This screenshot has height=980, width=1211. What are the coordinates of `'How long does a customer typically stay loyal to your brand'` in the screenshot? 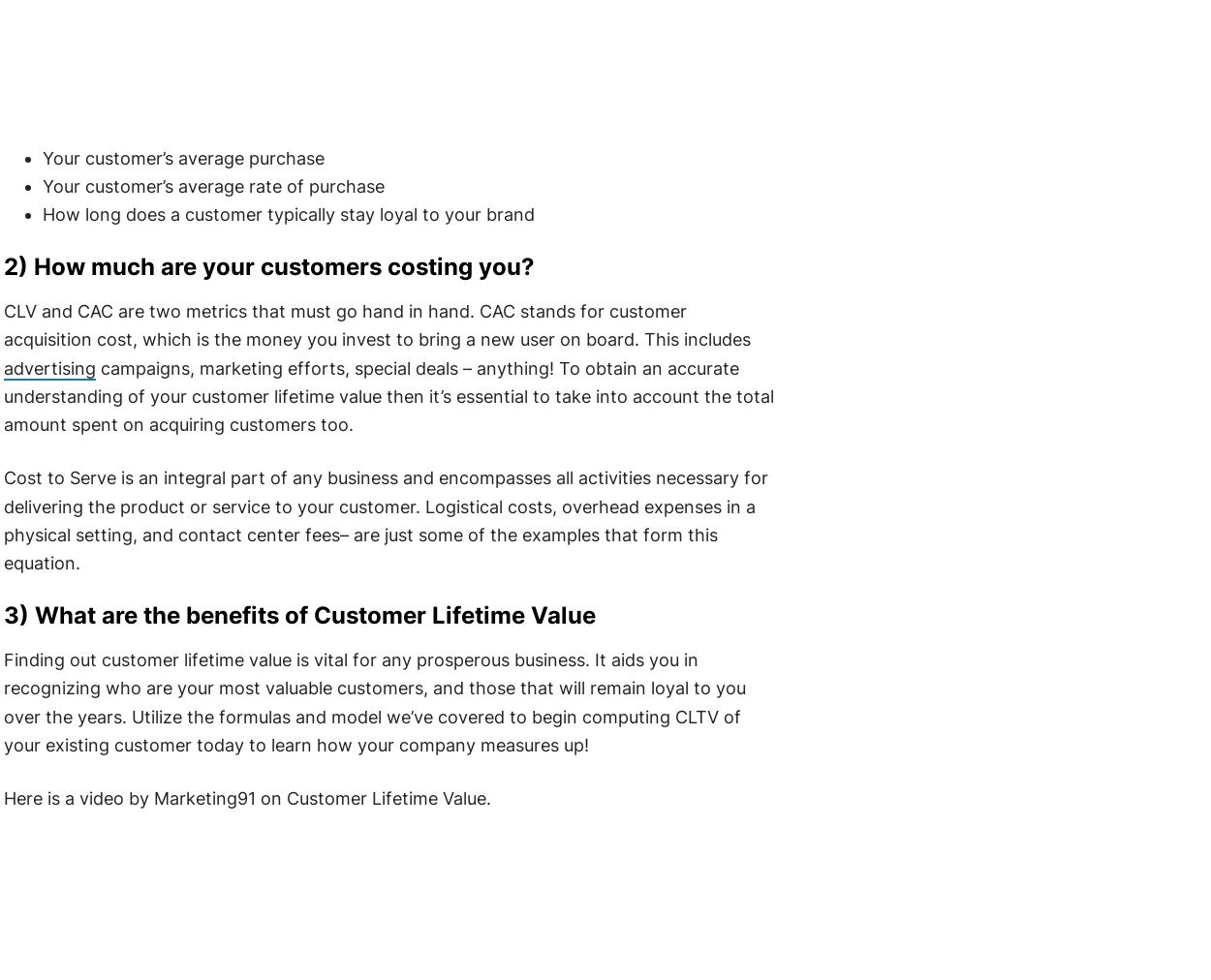 It's located at (42, 214).